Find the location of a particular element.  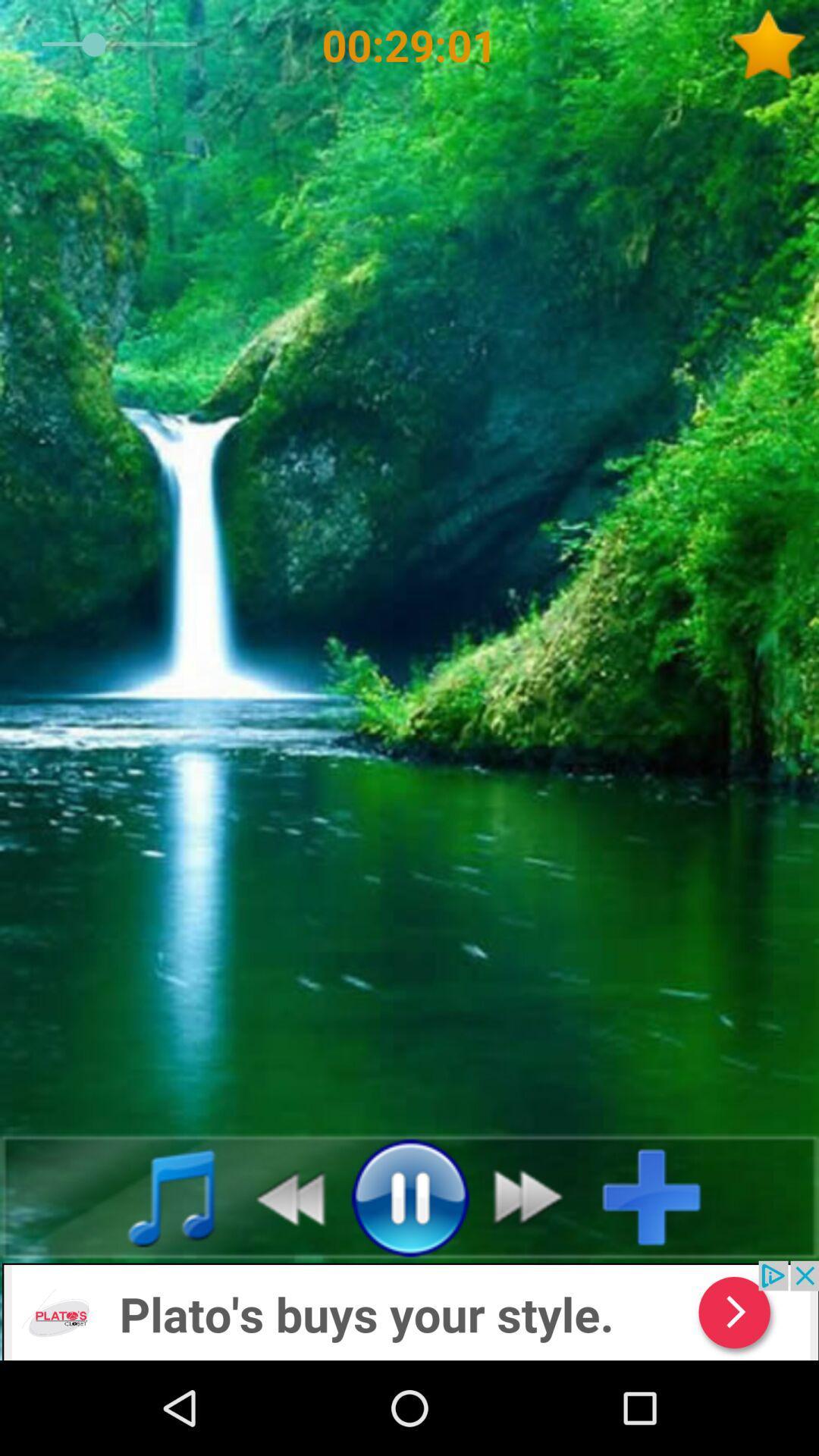

the av_rewind icon is located at coordinates (281, 1196).